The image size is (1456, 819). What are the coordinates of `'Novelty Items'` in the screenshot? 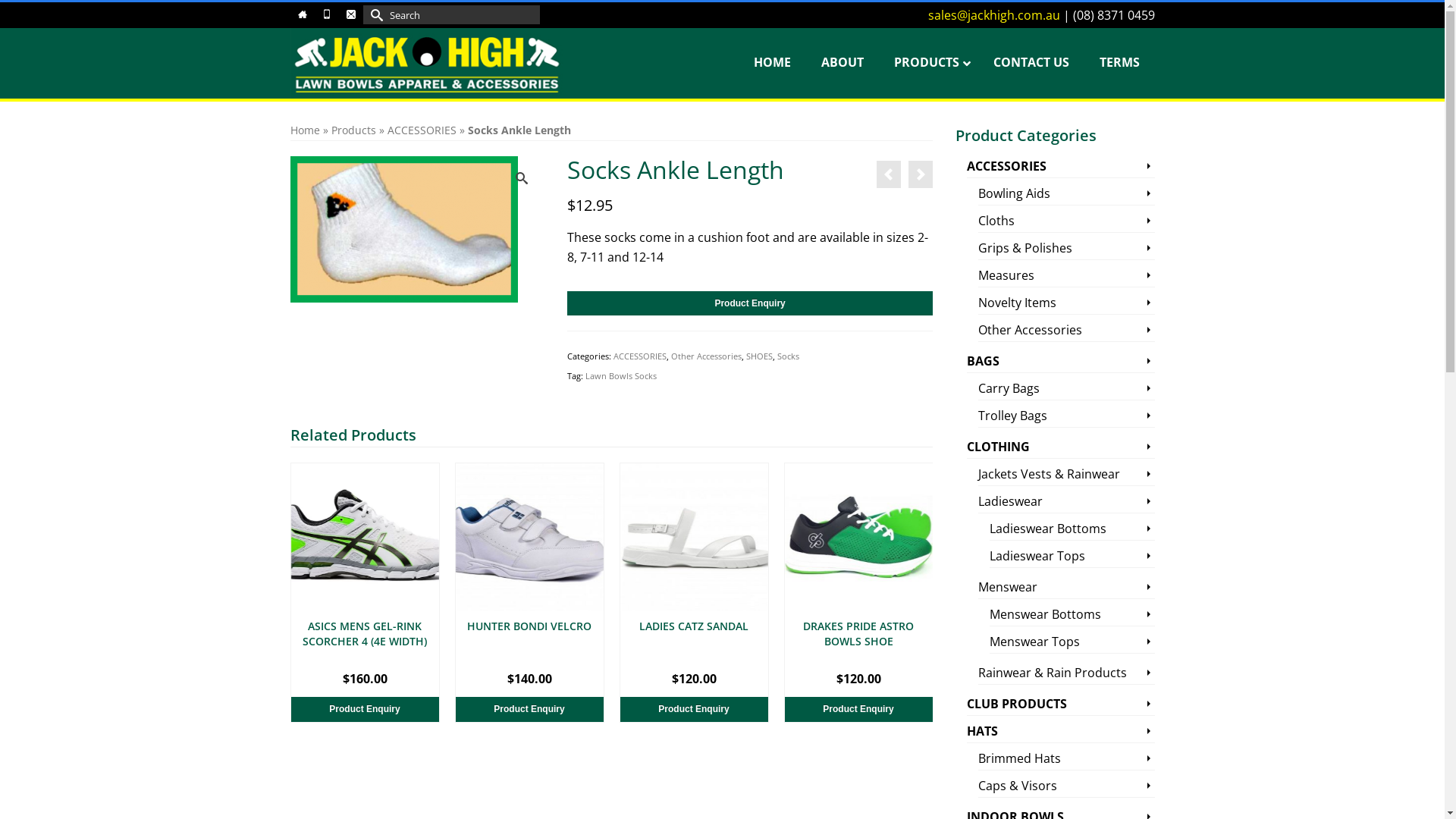 It's located at (1065, 303).